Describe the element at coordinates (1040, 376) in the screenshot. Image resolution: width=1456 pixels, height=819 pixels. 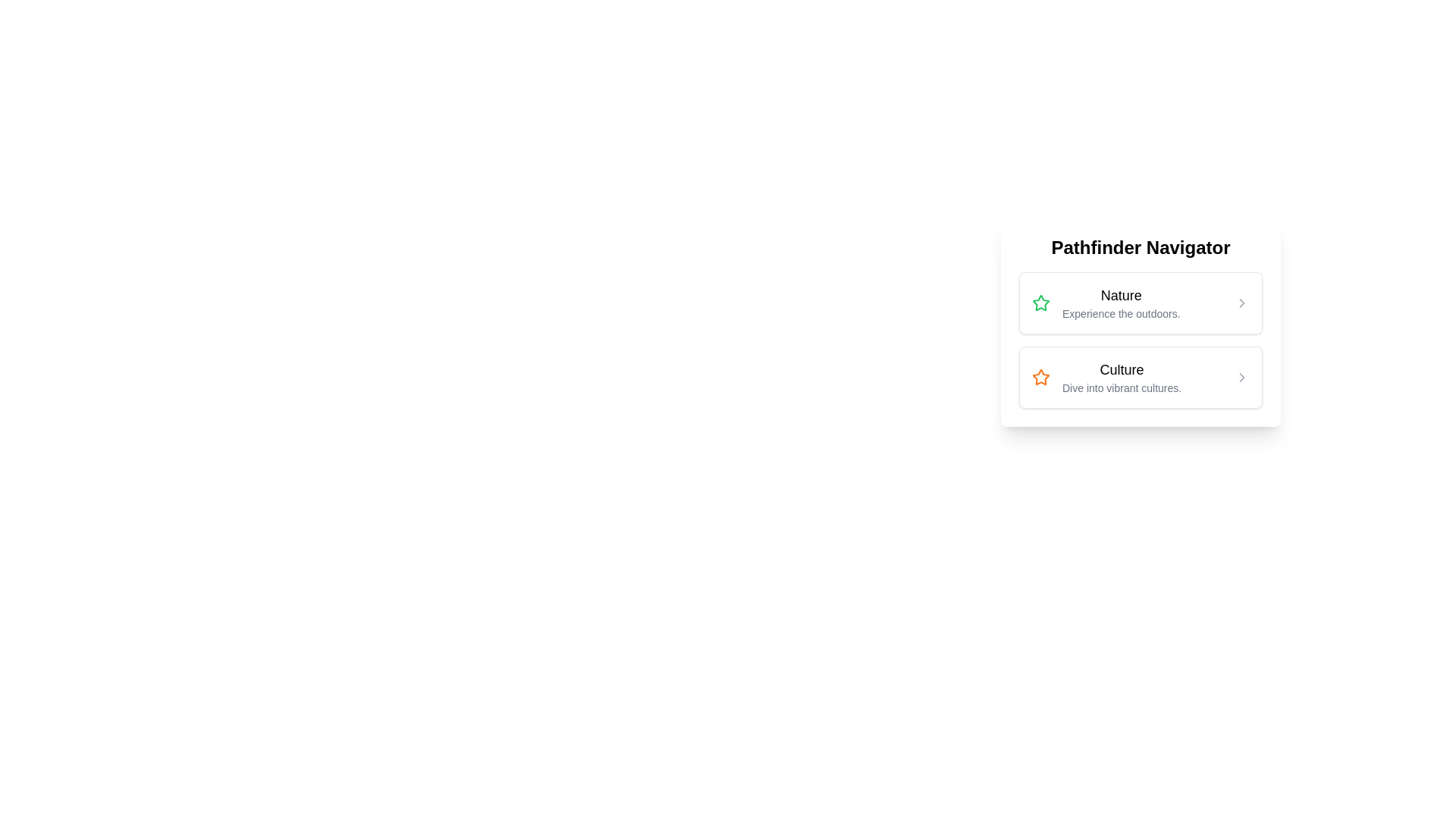
I see `the star-shaped icon with an orange stroke located beside the text 'Culture' in the 'Pathfinder Navigator' panel` at that location.